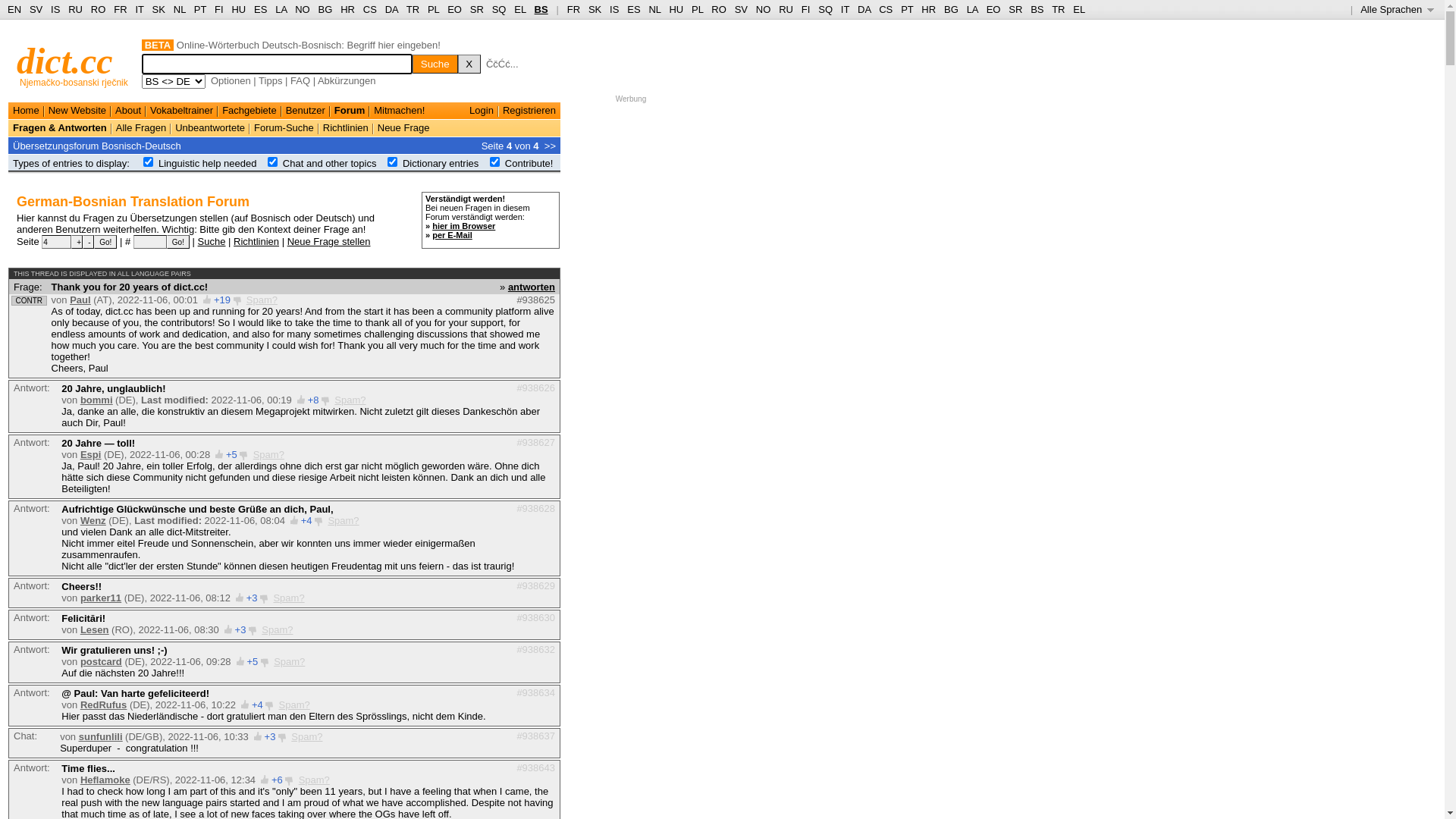 The height and width of the screenshot is (819, 1456). I want to click on 'antworten', so click(531, 286).